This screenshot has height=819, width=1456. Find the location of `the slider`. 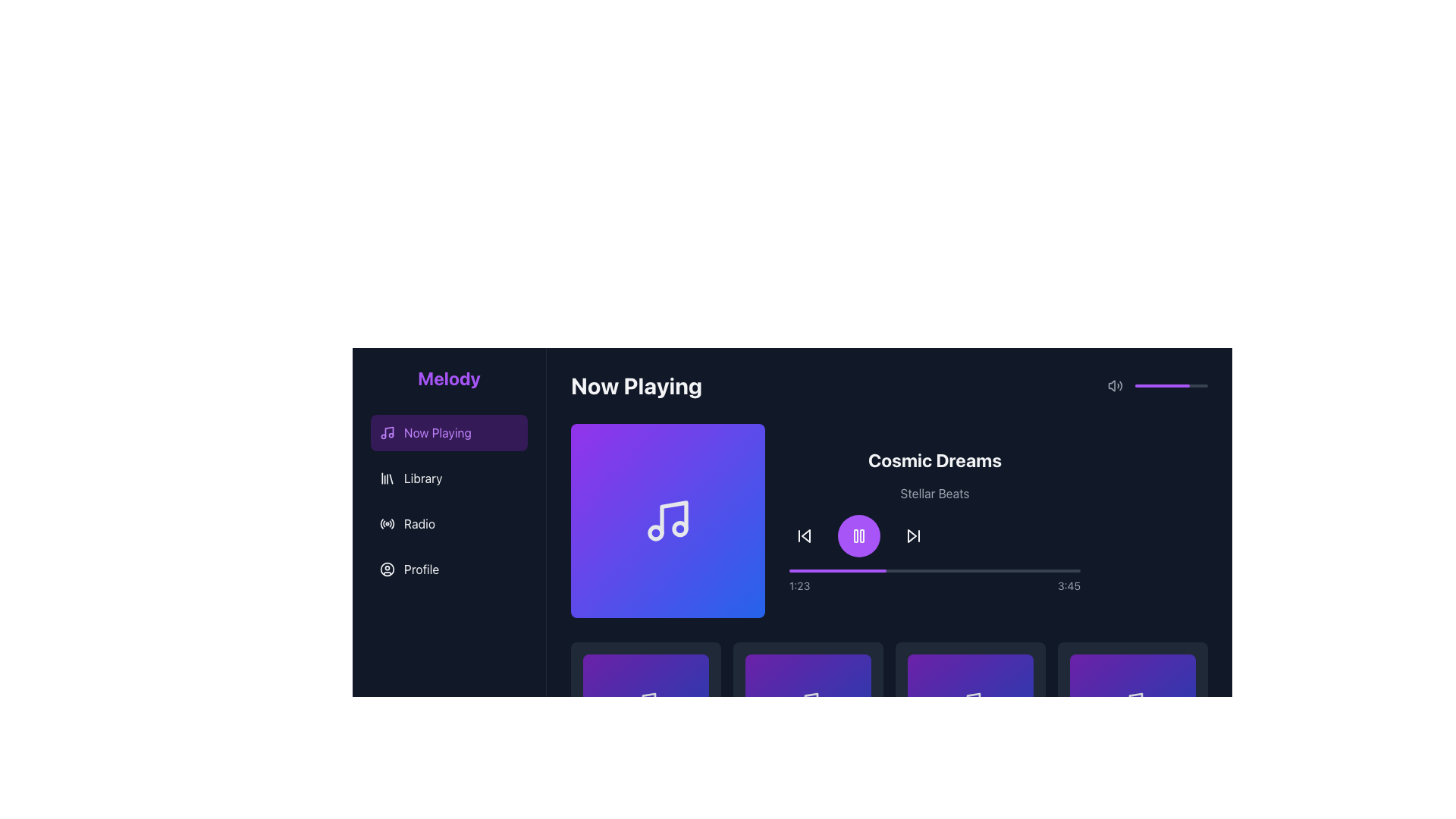

the slider is located at coordinates (1162, 385).